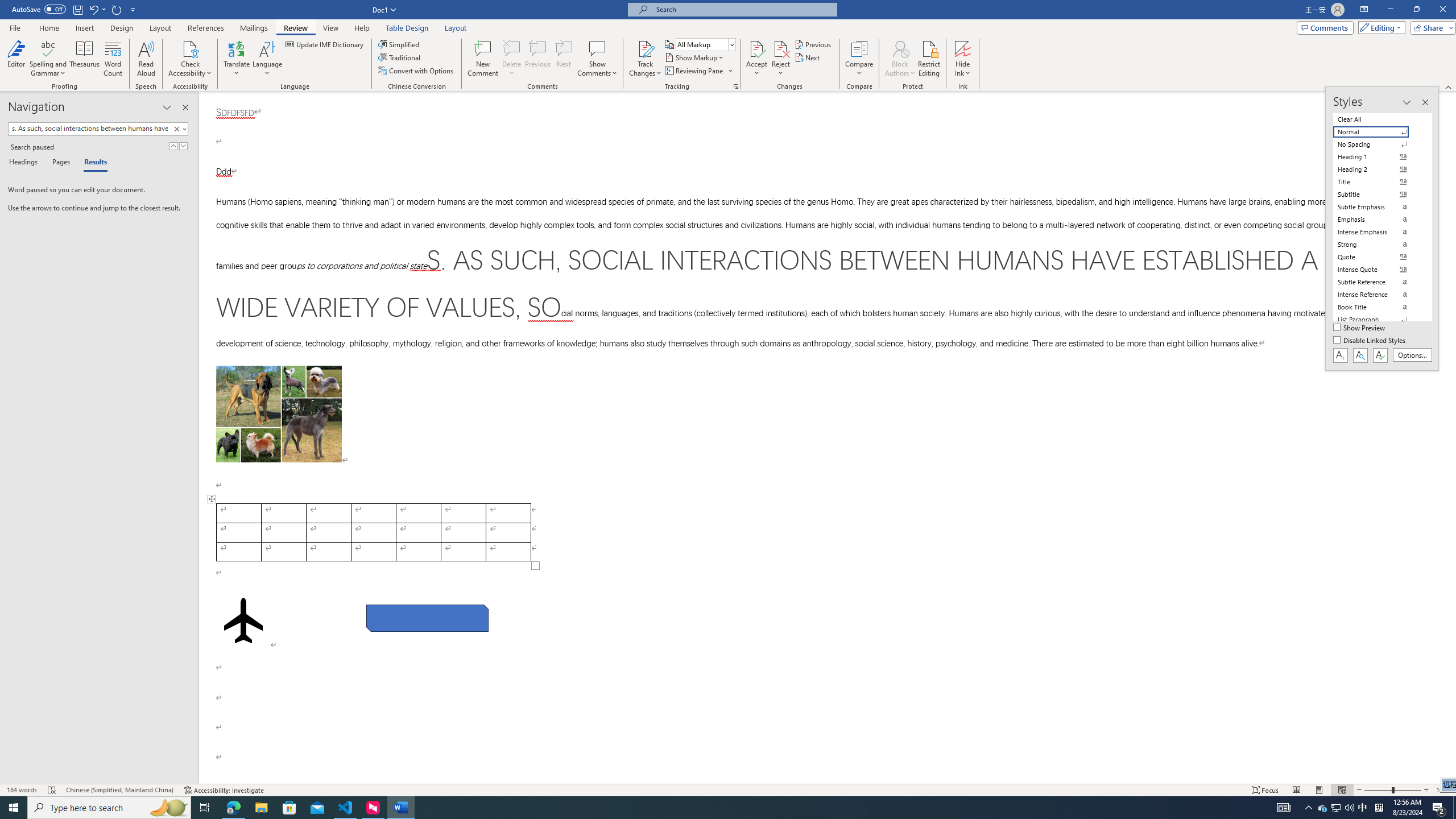 The width and height of the screenshot is (1456, 819). What do you see at coordinates (243, 619) in the screenshot?
I see `'Airplane with solid fill'` at bounding box center [243, 619].